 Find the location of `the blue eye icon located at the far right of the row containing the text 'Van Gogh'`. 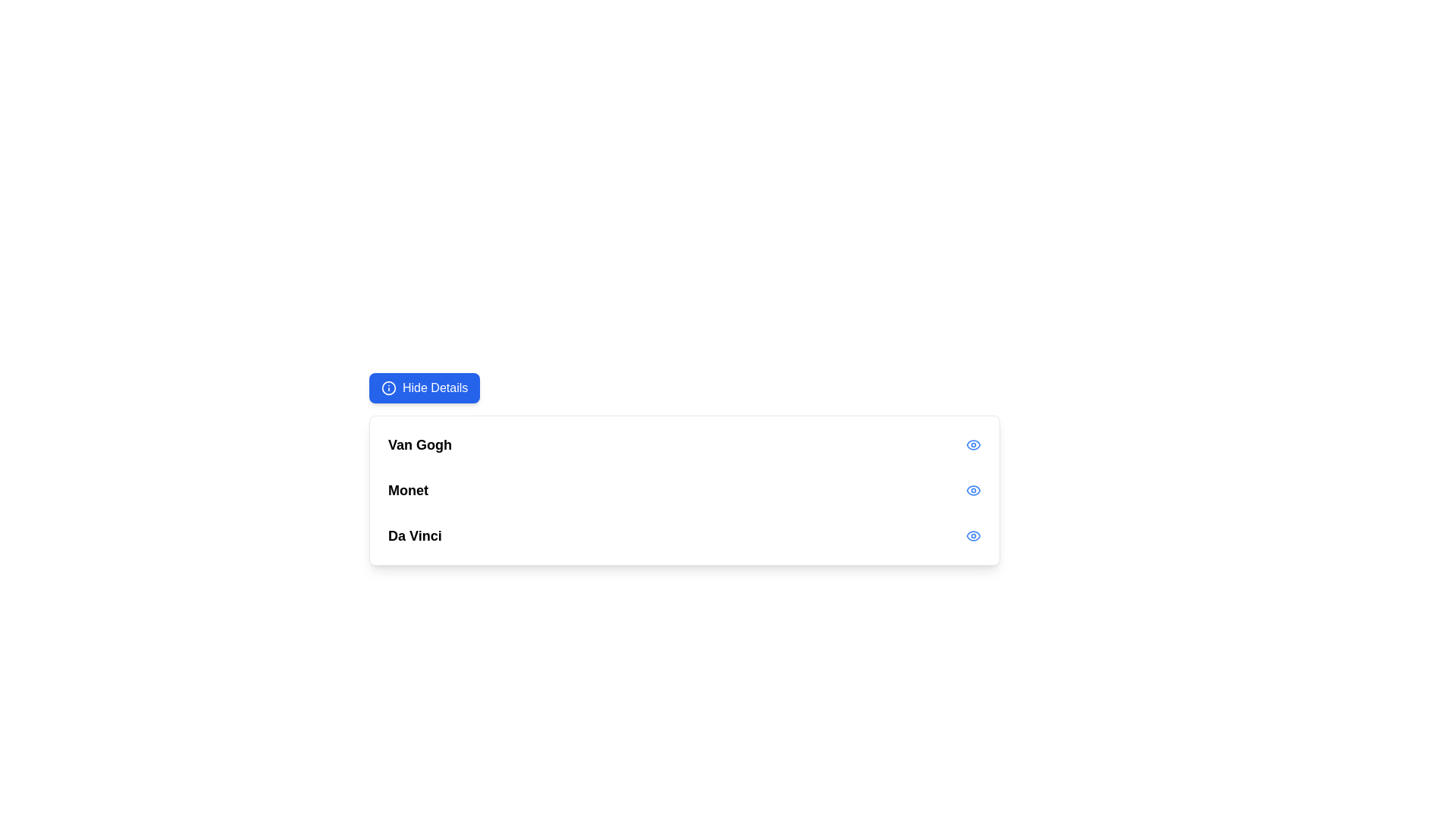

the blue eye icon located at the far right of the row containing the text 'Van Gogh' is located at coordinates (973, 444).